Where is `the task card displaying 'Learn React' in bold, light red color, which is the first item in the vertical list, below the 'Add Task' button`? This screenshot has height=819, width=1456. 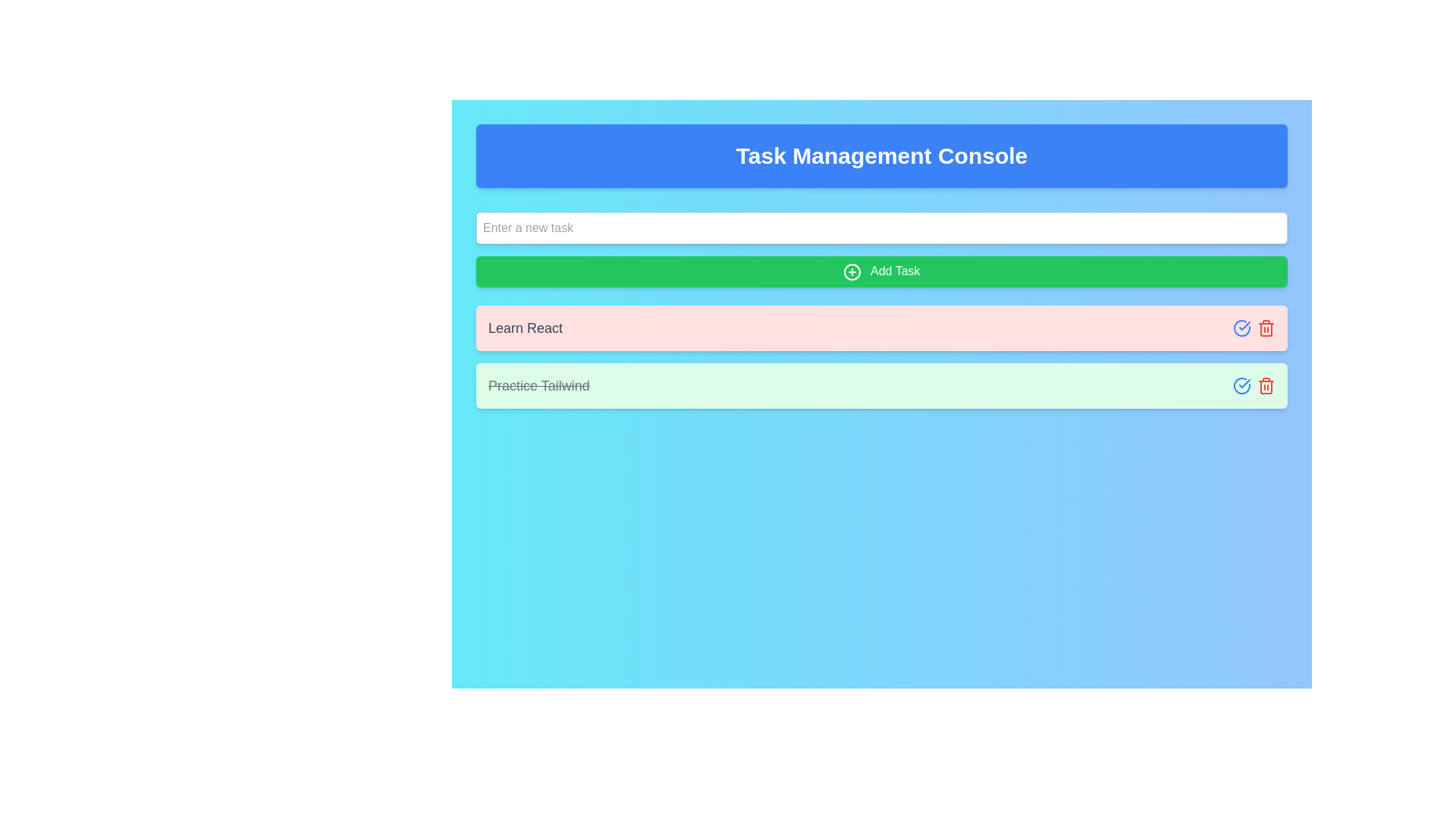
the task card displaying 'Learn React' in bold, light red color, which is the first item in the vertical list, below the 'Add Task' button is located at coordinates (881, 327).